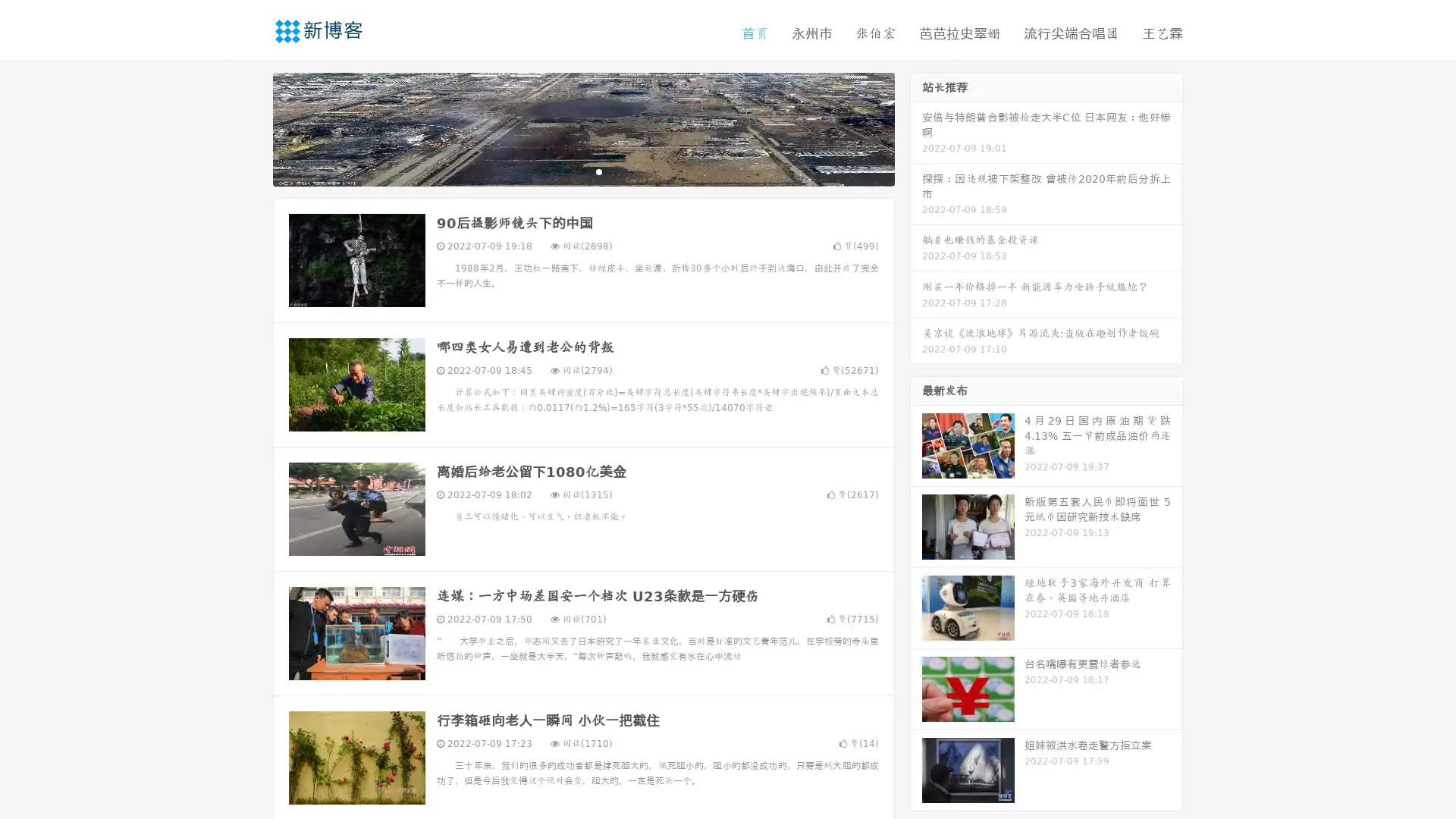  What do you see at coordinates (567, 171) in the screenshot?
I see `Go to slide 1` at bounding box center [567, 171].